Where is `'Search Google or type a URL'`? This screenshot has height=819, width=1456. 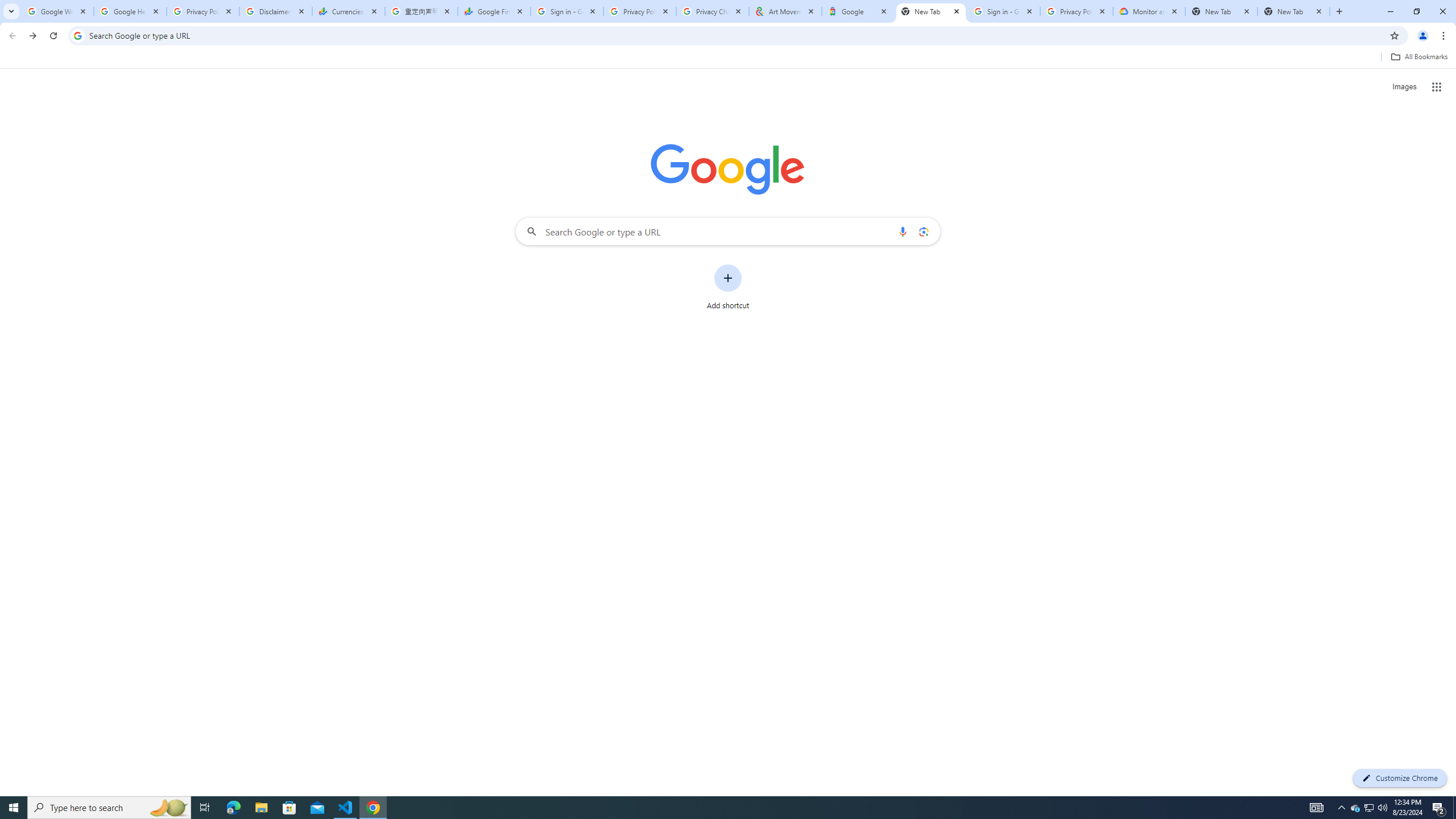
'Search Google or type a URL' is located at coordinates (728, 230).